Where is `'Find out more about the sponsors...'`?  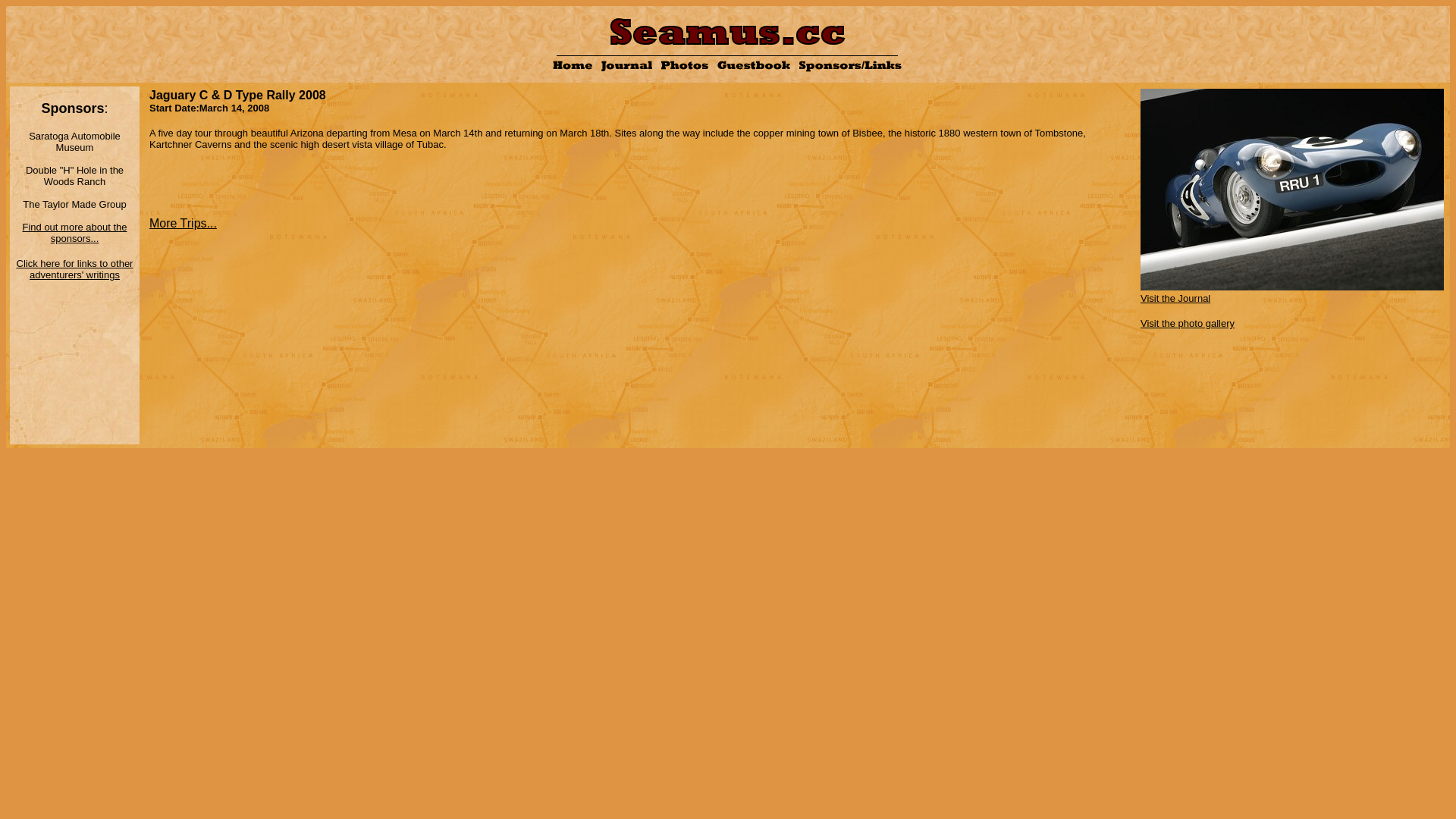
'Find out more about the sponsors...' is located at coordinates (73, 231).